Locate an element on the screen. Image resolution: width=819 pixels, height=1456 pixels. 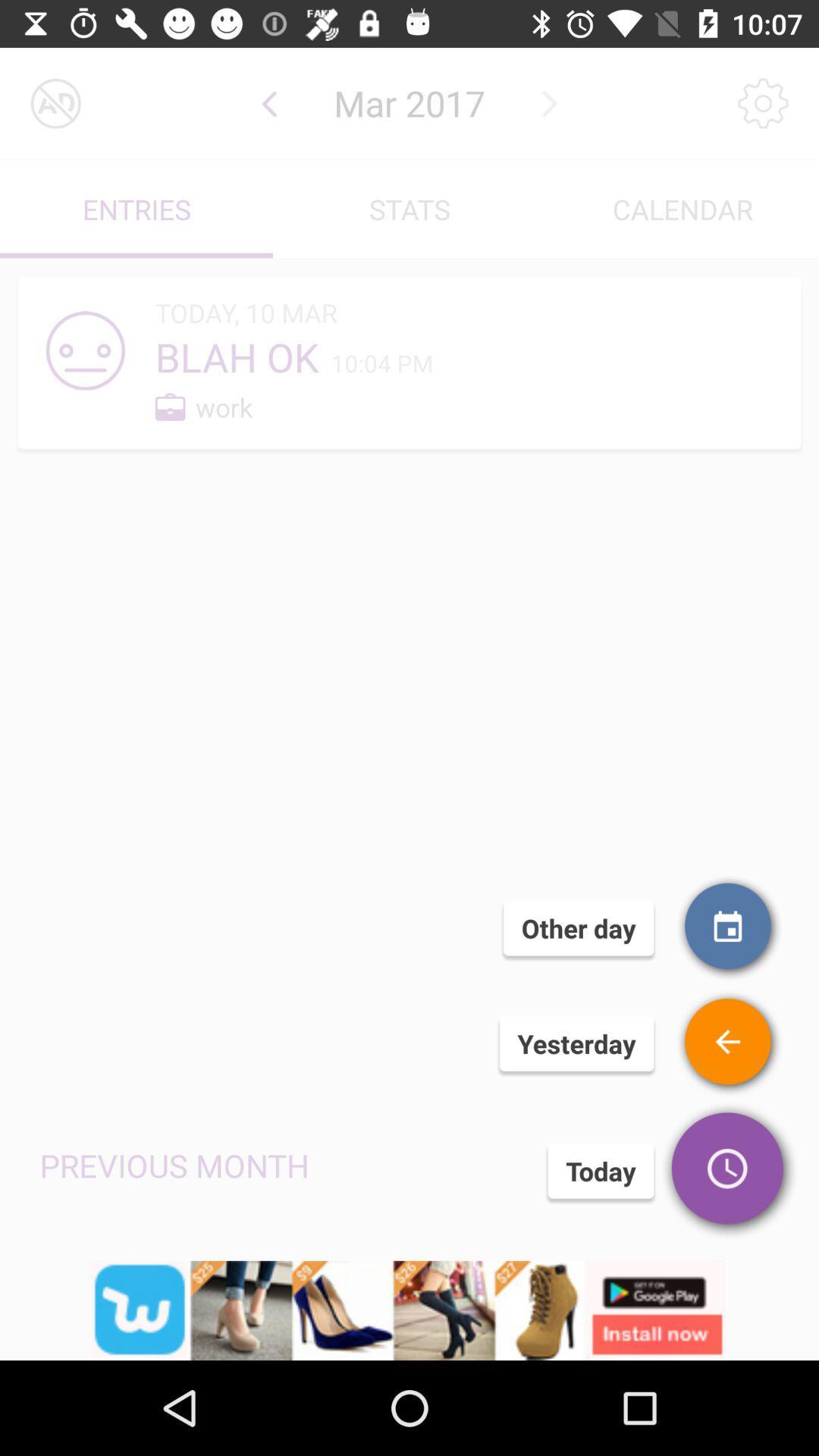
setting button is located at coordinates (763, 102).